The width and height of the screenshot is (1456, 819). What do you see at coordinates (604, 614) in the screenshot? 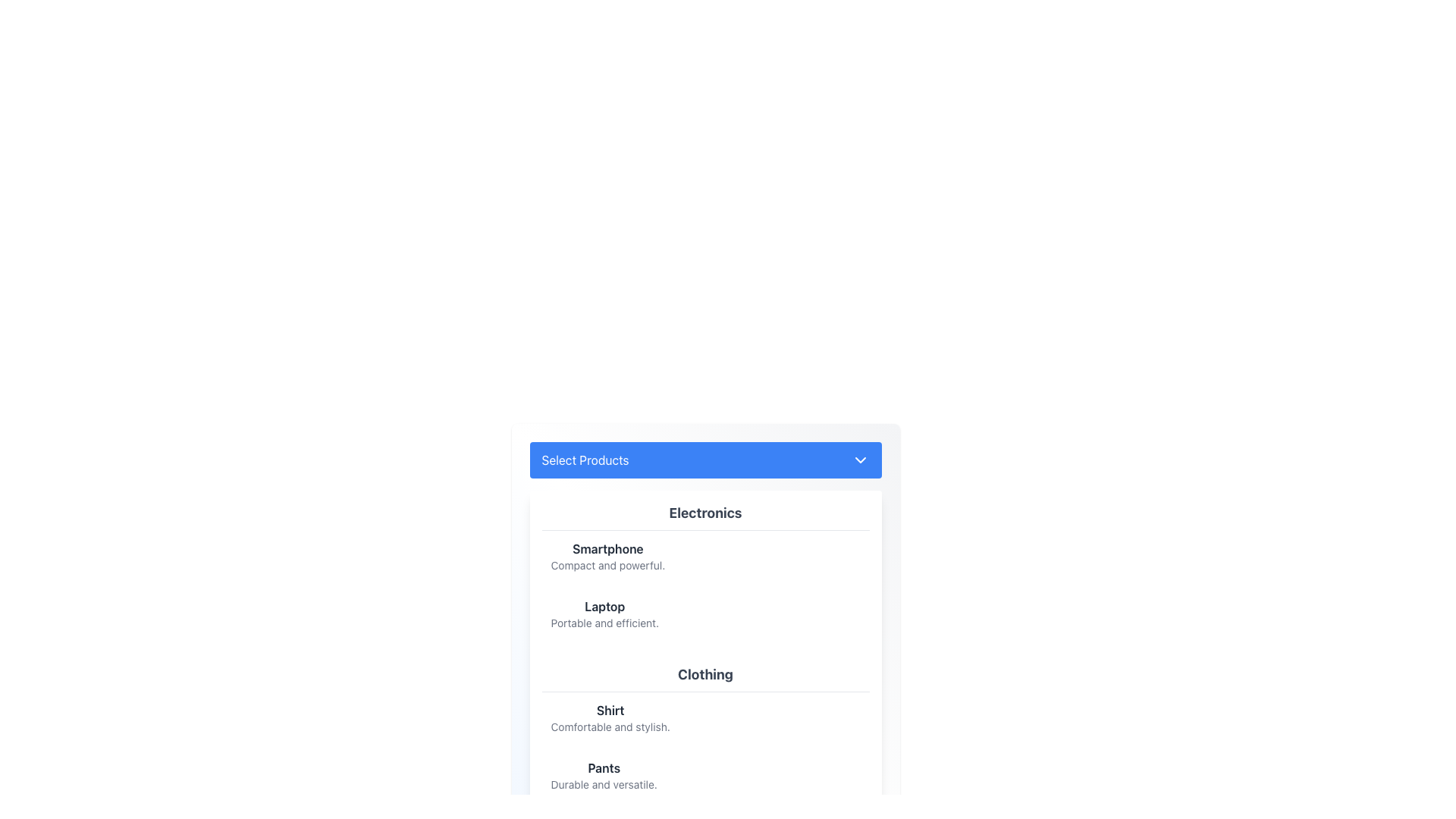
I see `the 'Laptop' product listing in the 'Electronics' category, which is the second item in the vertical list, positioned between 'Smartphone' and 'Clothing'` at bounding box center [604, 614].